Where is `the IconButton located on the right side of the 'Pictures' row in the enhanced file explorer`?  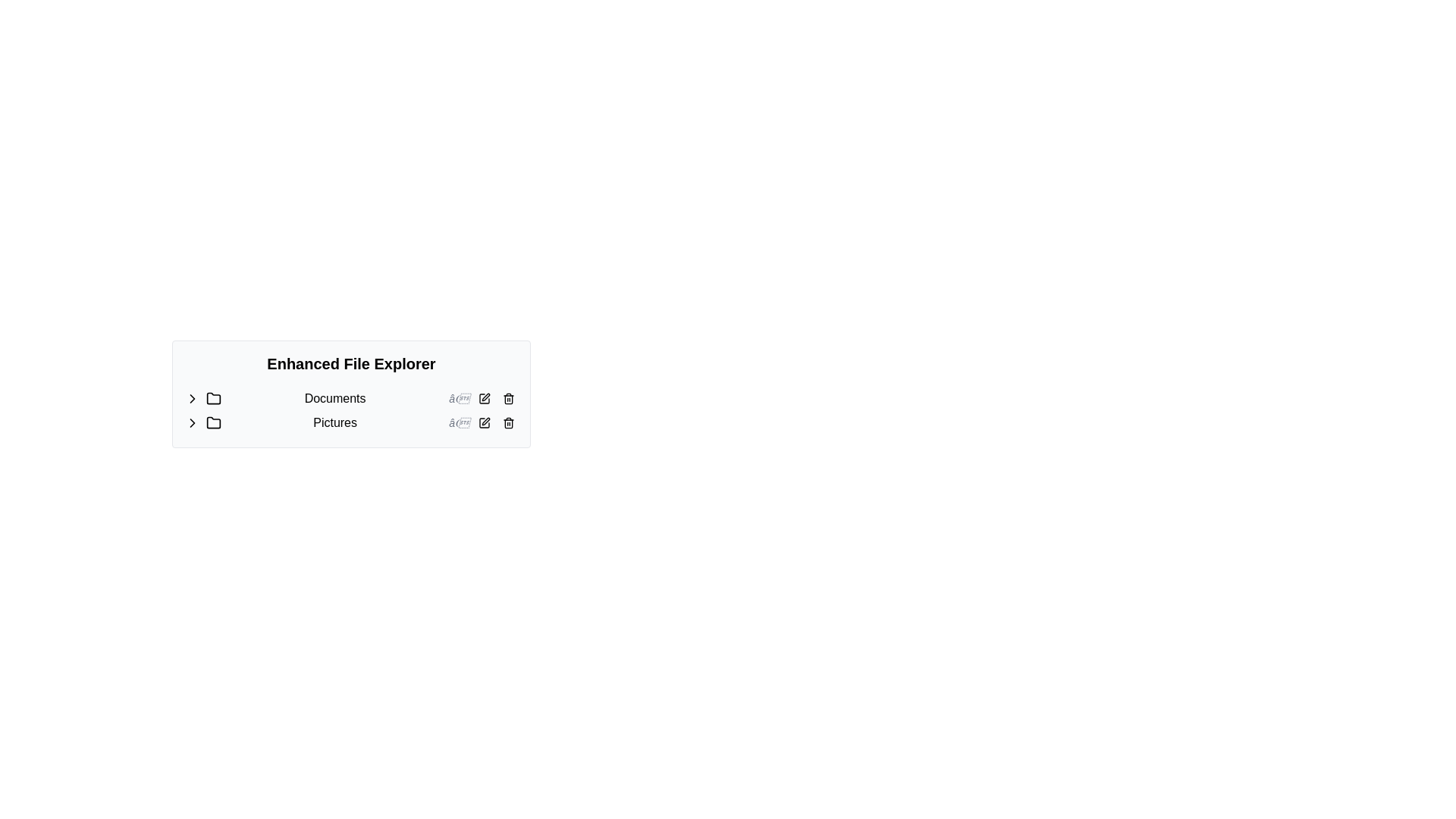 the IconButton located on the right side of the 'Pictures' row in the enhanced file explorer is located at coordinates (484, 397).